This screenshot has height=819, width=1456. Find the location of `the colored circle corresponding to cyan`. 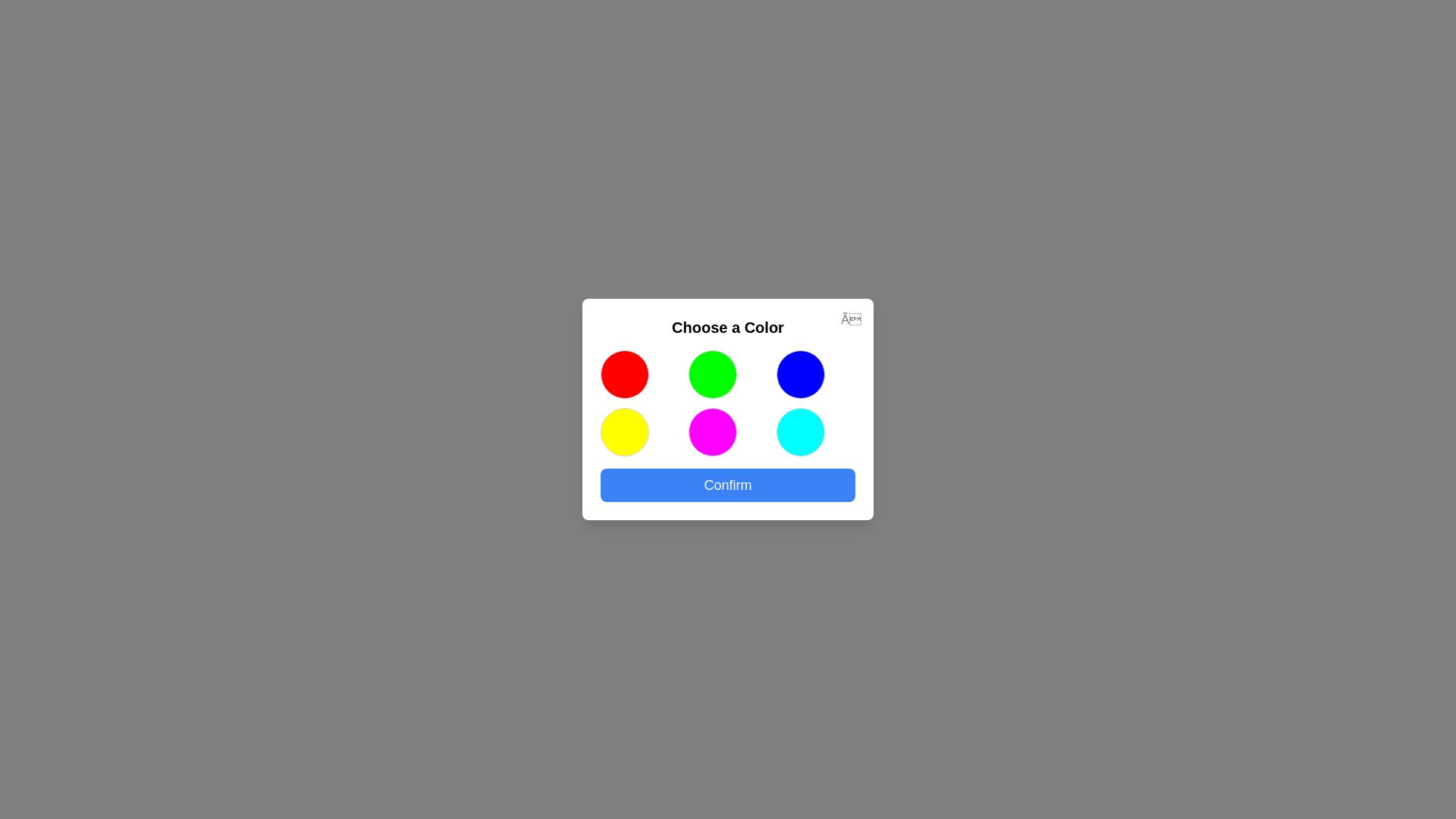

the colored circle corresponding to cyan is located at coordinates (800, 432).